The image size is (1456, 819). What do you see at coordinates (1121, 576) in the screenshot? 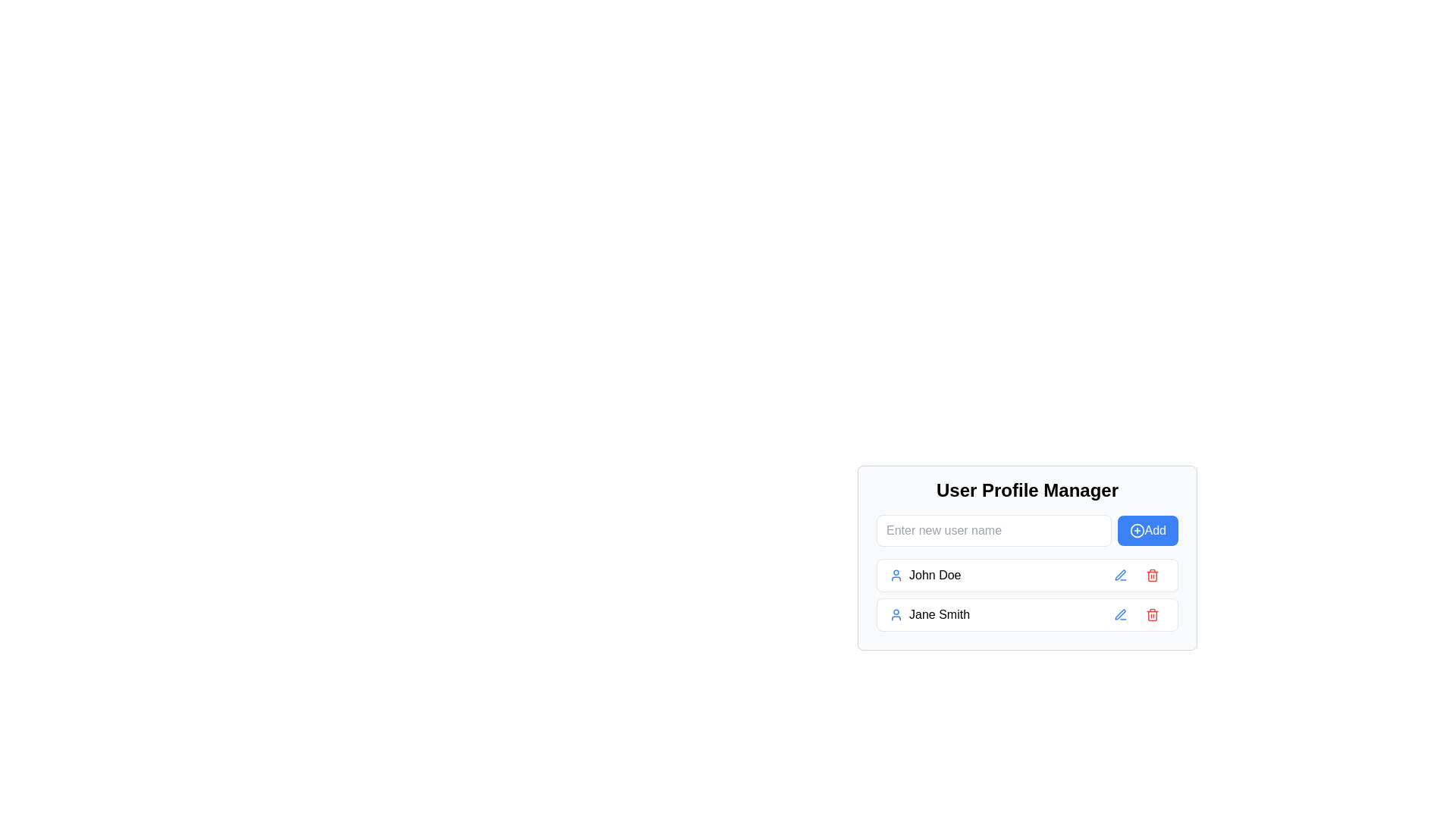
I see `the edit icon button associated with the user 'John Doe'` at bounding box center [1121, 576].